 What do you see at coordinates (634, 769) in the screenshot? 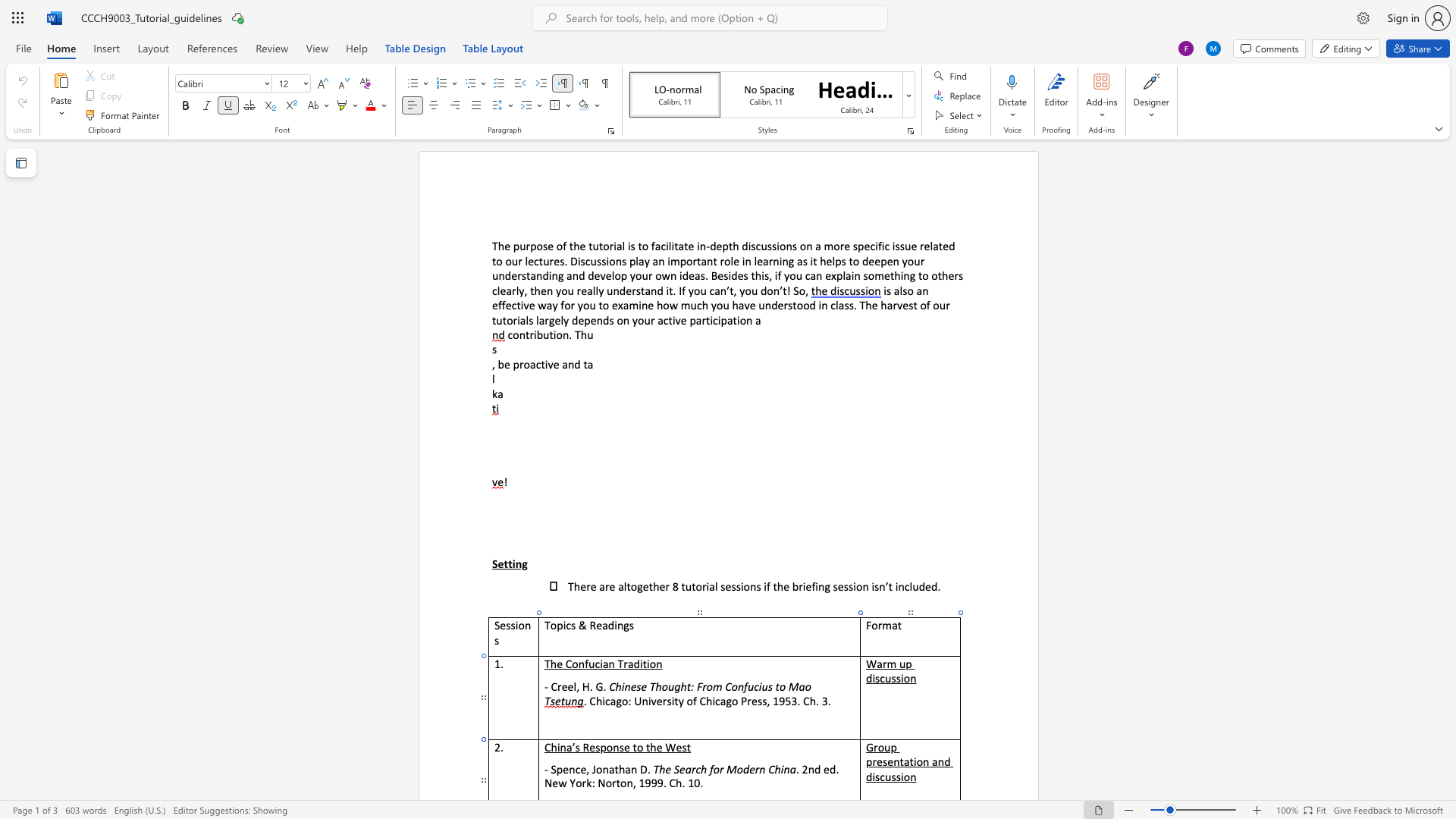
I see `the 3th character "n" in the text` at bounding box center [634, 769].